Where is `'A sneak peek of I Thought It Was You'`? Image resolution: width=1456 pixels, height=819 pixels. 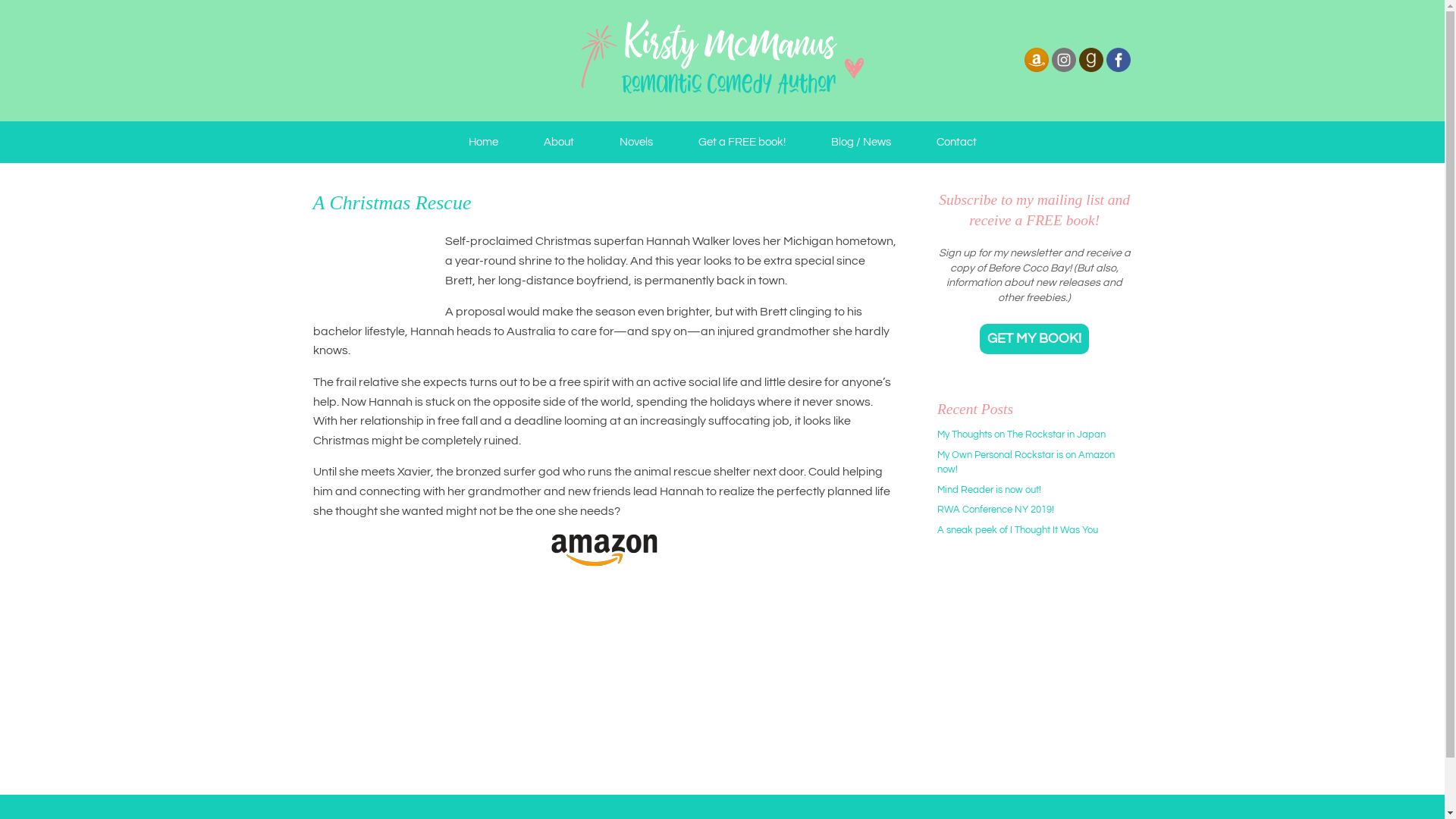
'A sneak peek of I Thought It Was You' is located at coordinates (937, 529).